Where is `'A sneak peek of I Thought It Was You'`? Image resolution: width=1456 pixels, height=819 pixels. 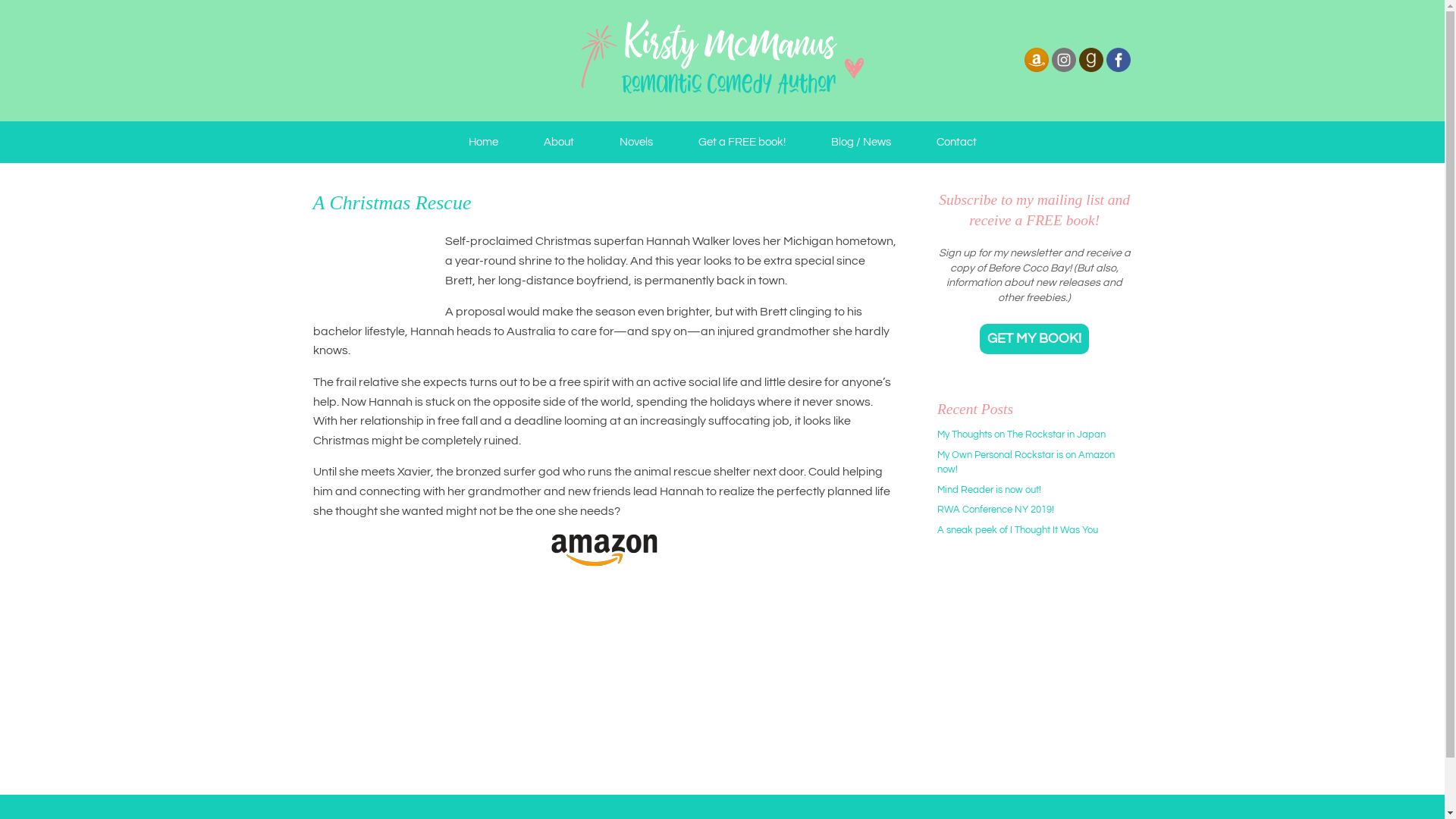
'A sneak peek of I Thought It Was You' is located at coordinates (937, 529).